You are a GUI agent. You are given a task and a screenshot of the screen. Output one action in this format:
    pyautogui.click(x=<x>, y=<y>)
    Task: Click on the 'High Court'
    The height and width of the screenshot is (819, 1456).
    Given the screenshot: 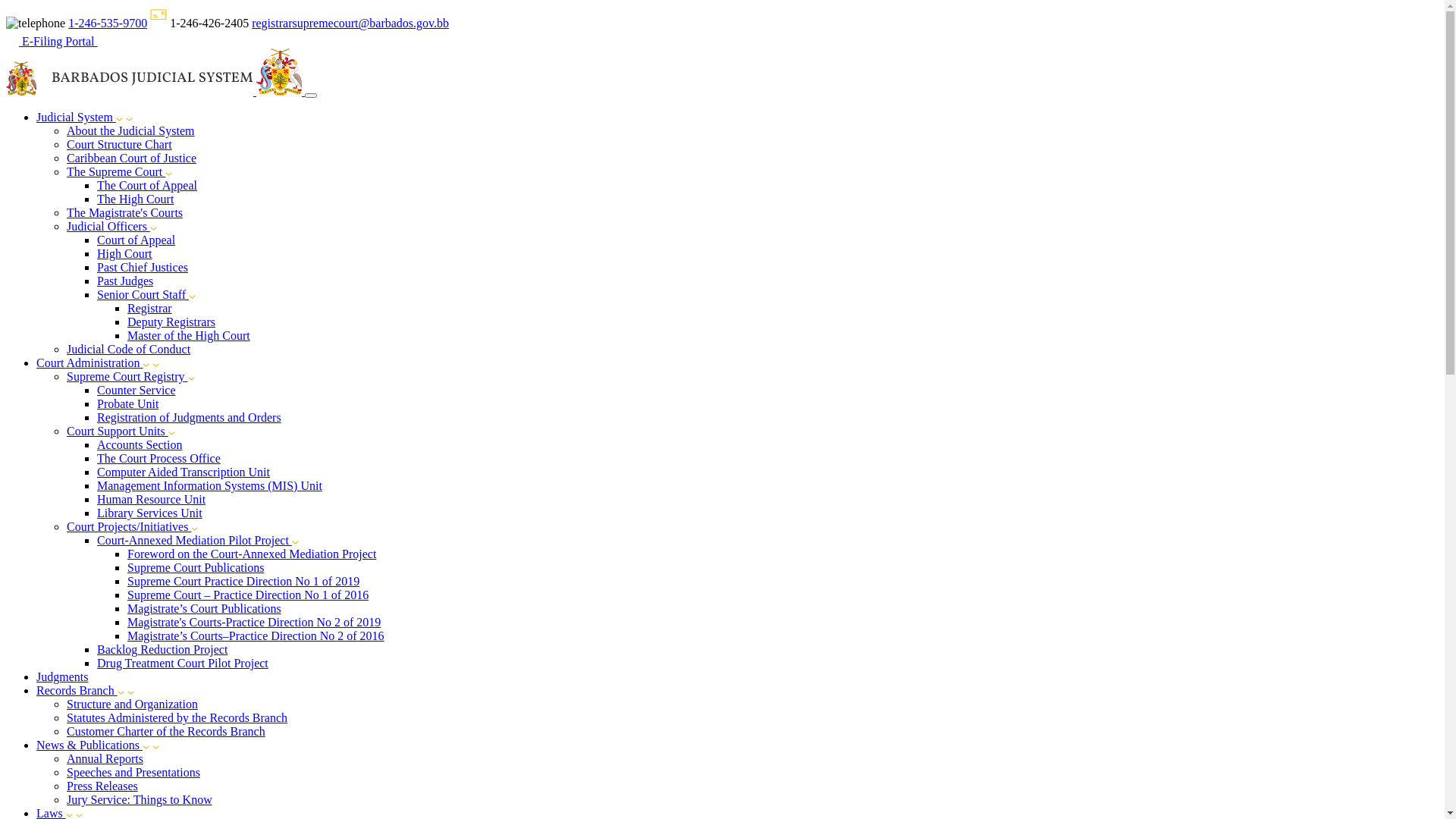 What is the action you would take?
    pyautogui.click(x=96, y=253)
    